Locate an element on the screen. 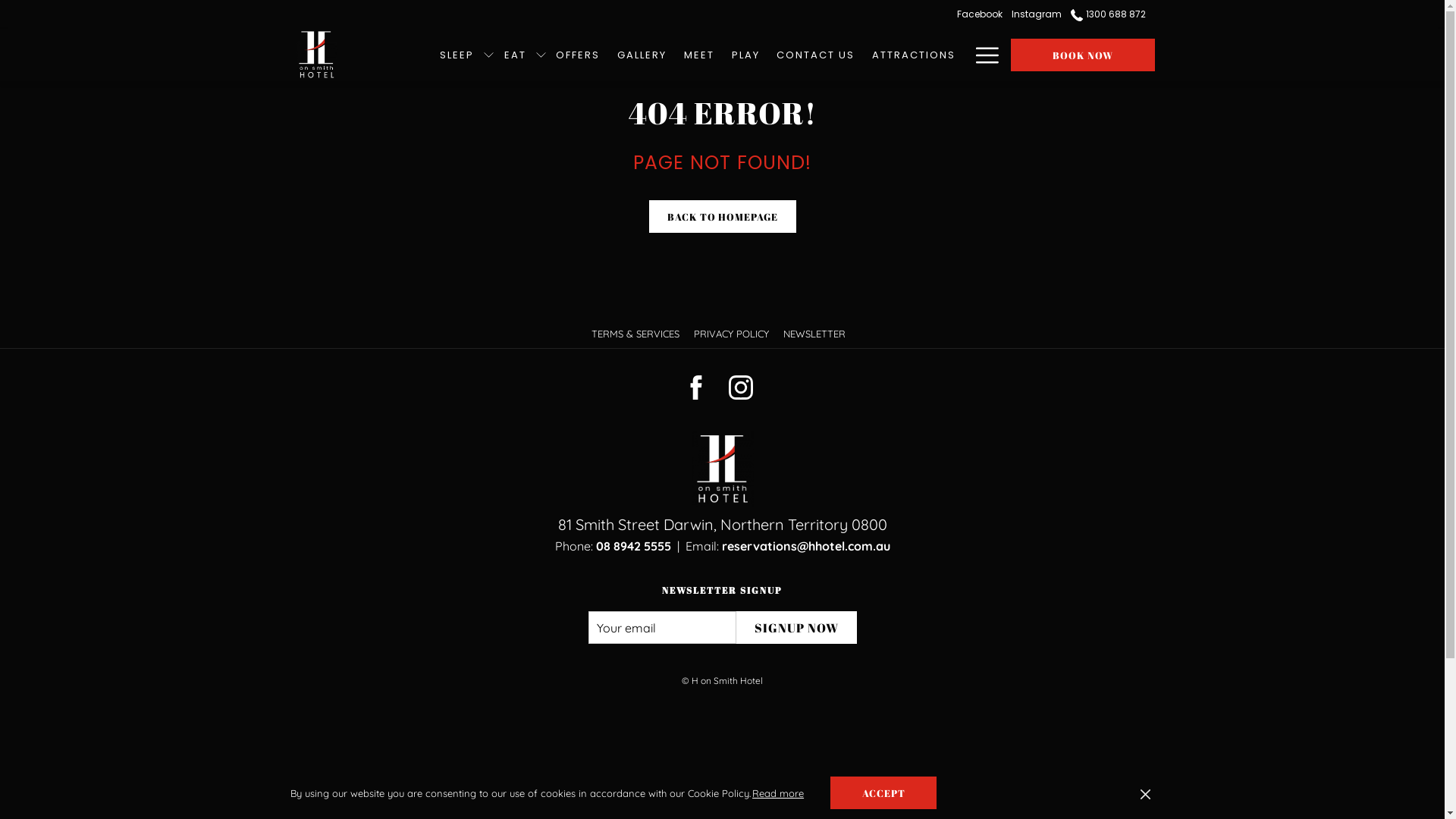 This screenshot has width=1456, height=819. 'ATTRACTIONS' is located at coordinates (863, 54).